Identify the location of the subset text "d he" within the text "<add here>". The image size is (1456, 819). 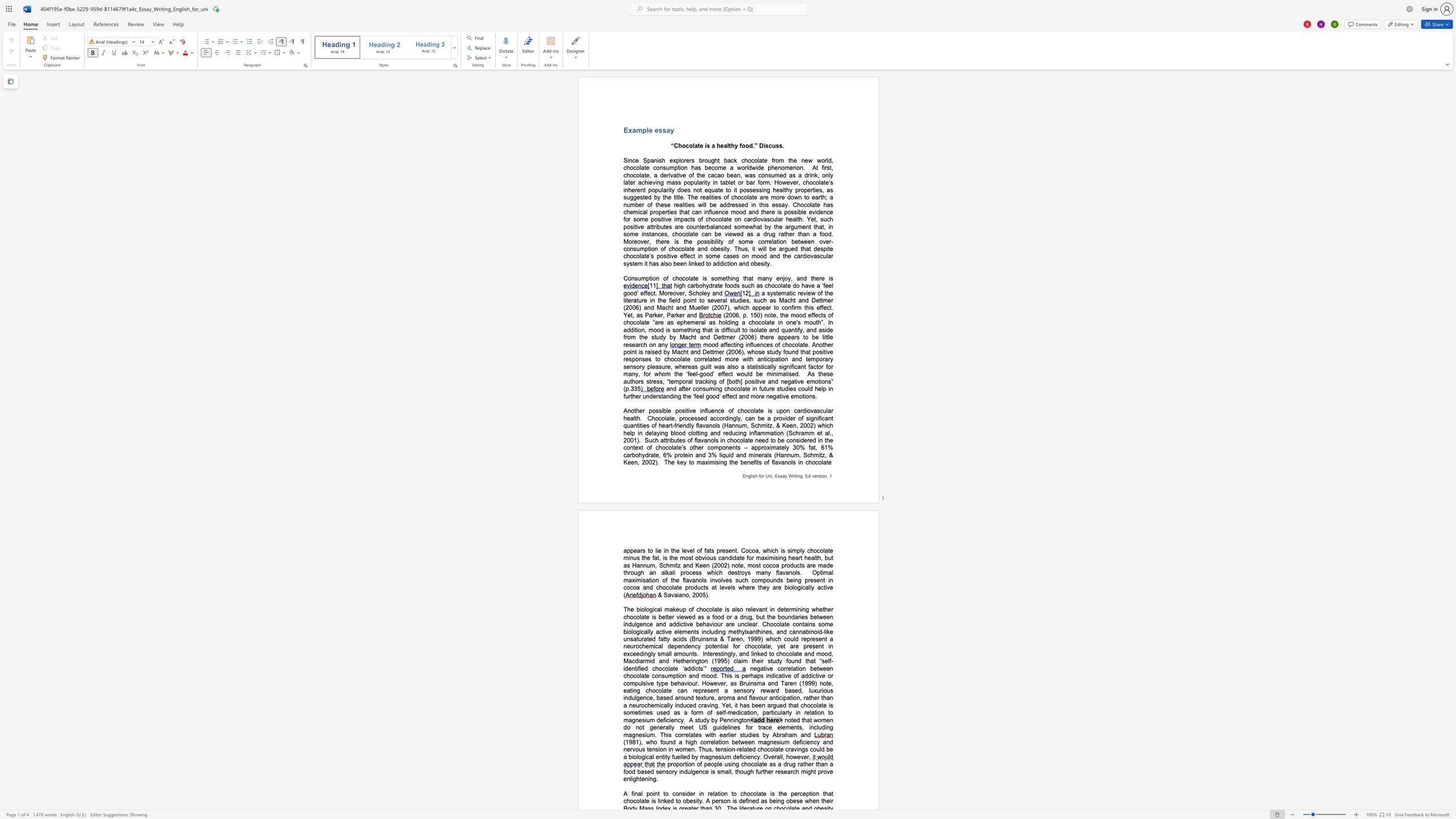
(760, 720).